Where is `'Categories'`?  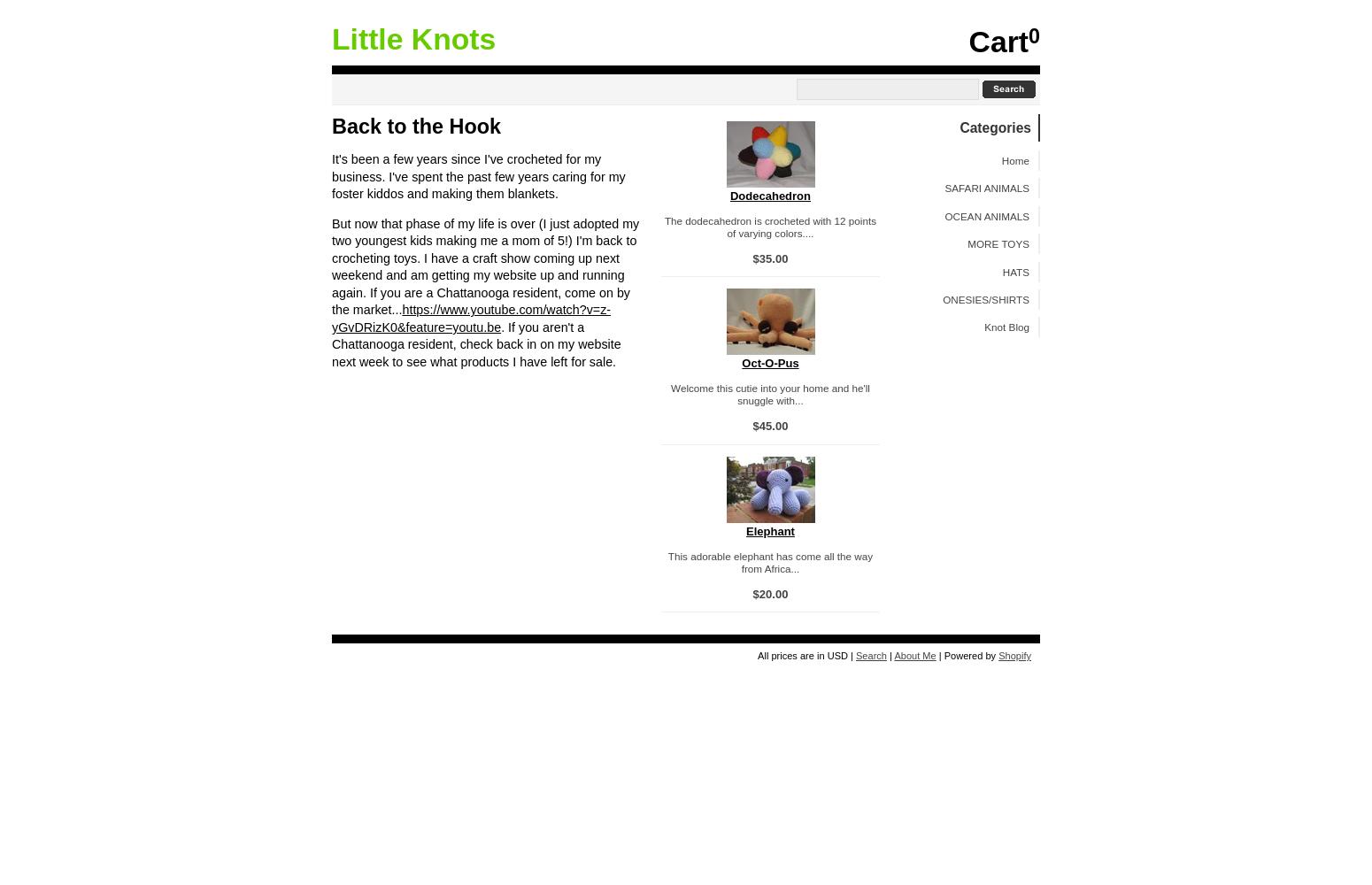
'Categories' is located at coordinates (994, 127).